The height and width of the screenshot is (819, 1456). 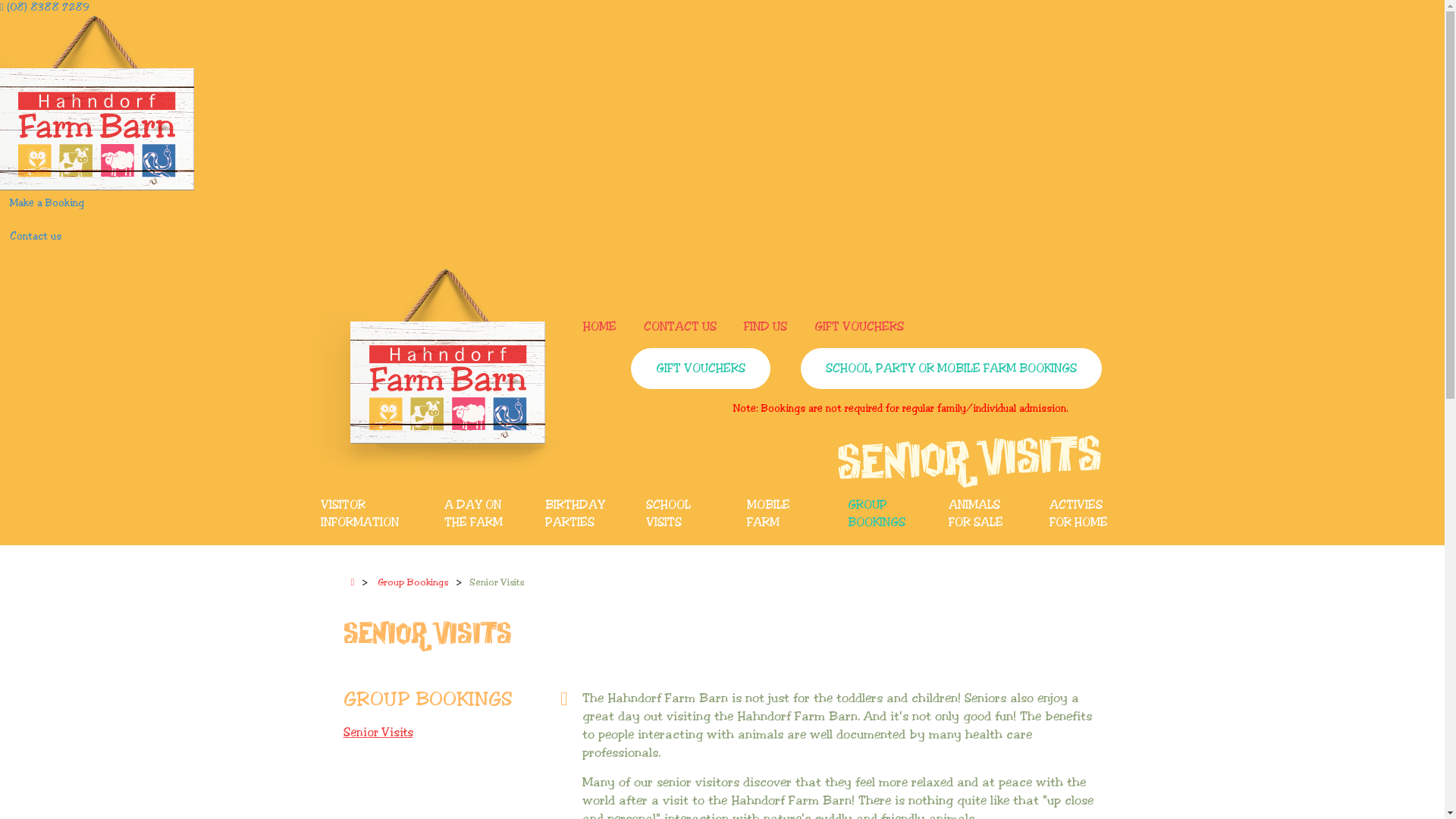 What do you see at coordinates (47, 202) in the screenshot?
I see `'Make a Booking'` at bounding box center [47, 202].